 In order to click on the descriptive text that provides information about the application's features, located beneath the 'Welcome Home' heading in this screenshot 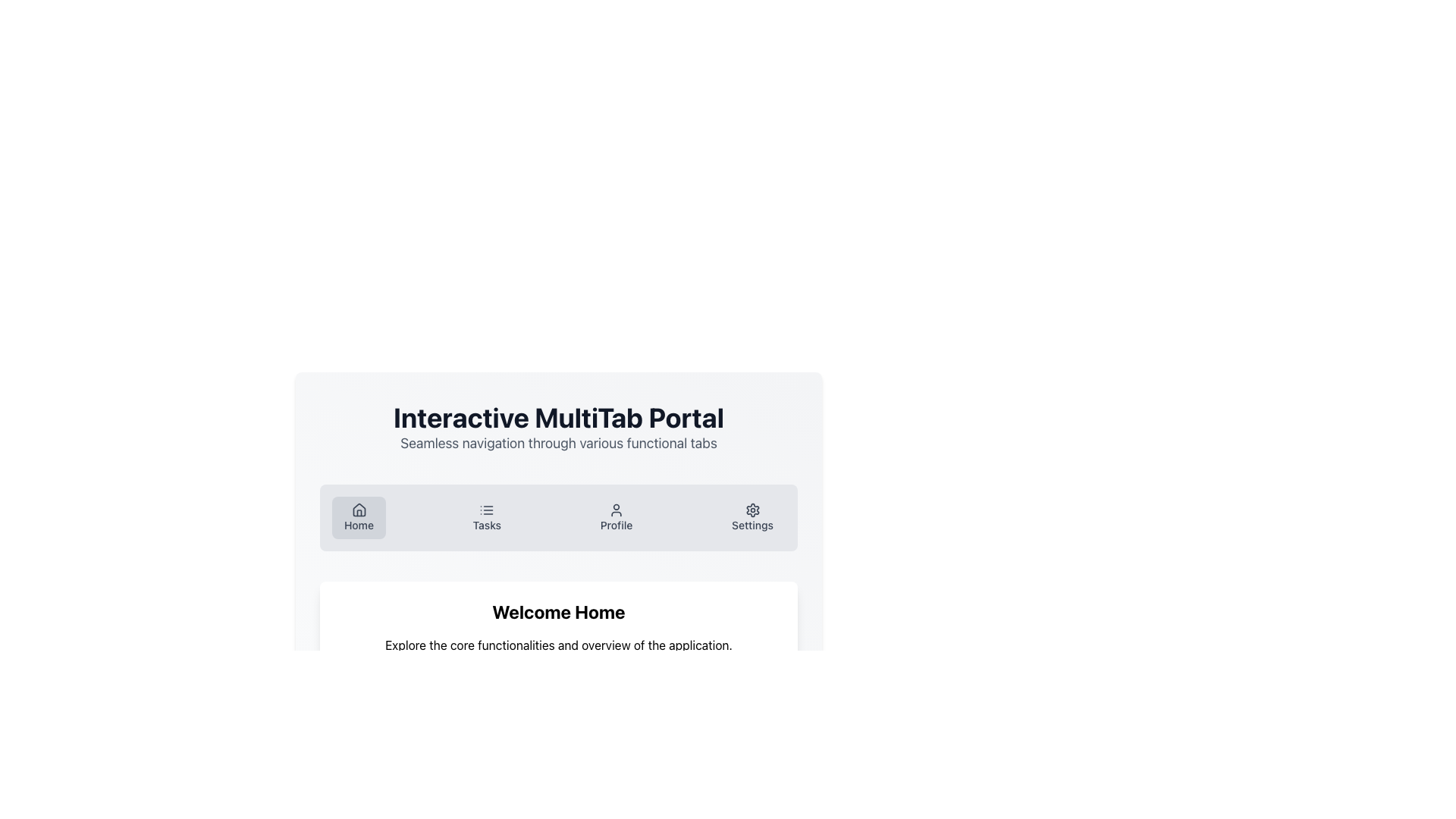, I will do `click(558, 645)`.